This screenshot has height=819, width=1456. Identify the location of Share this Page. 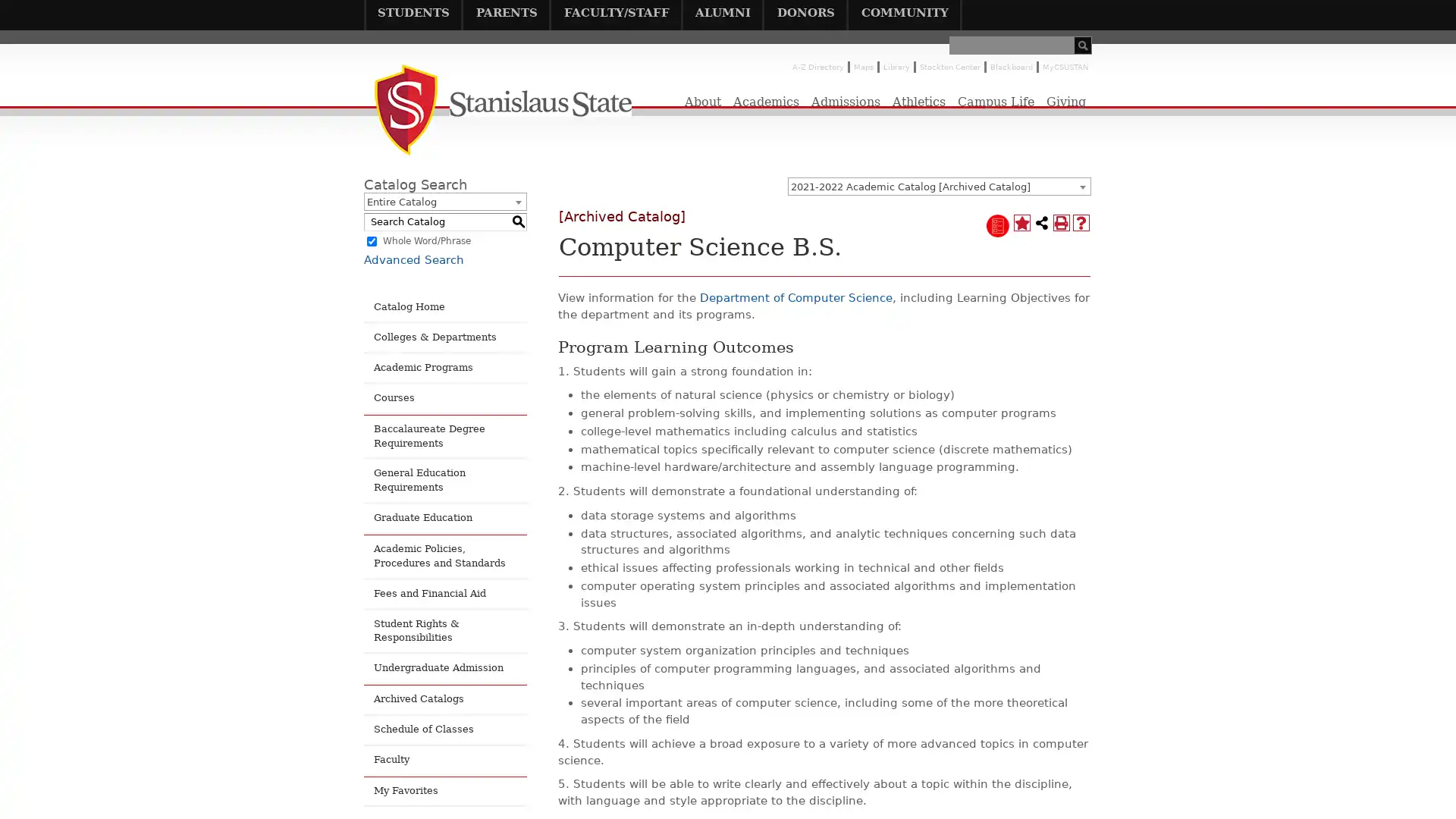
(1040, 222).